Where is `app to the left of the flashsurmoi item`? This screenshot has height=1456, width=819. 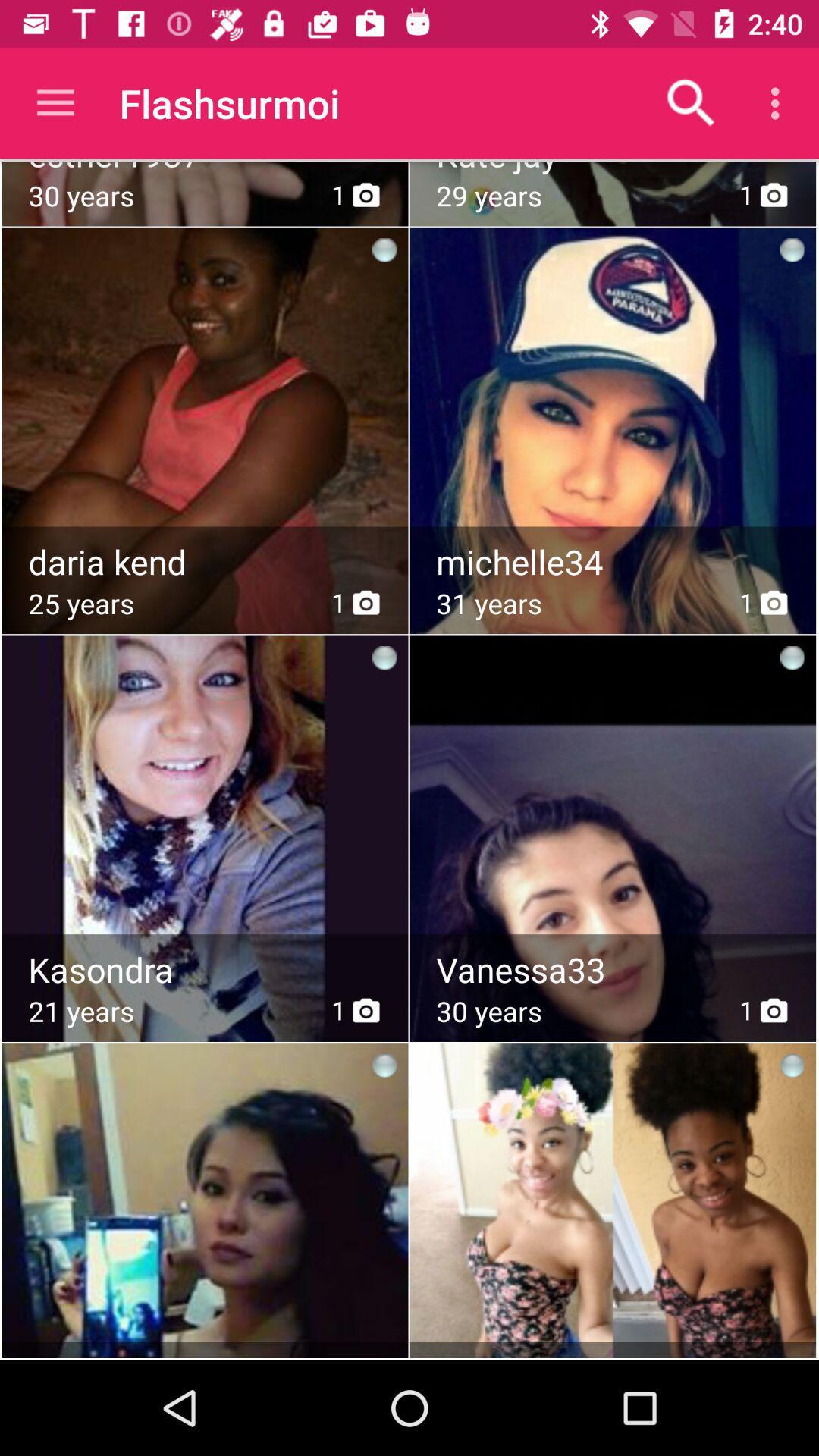 app to the left of the flashsurmoi item is located at coordinates (55, 102).